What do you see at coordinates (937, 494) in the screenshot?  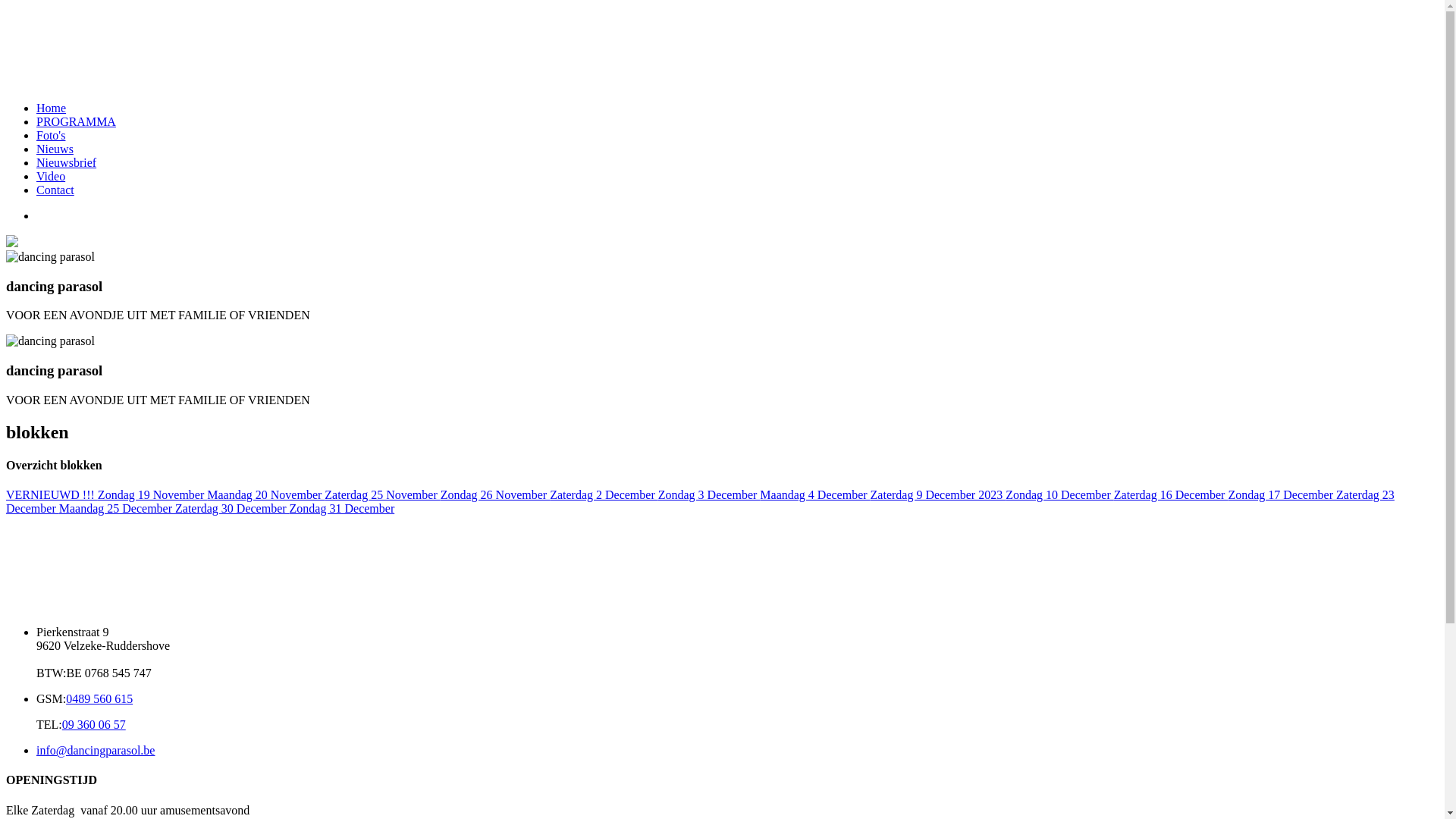 I see `'Zaterdag 9 December 2023'` at bounding box center [937, 494].